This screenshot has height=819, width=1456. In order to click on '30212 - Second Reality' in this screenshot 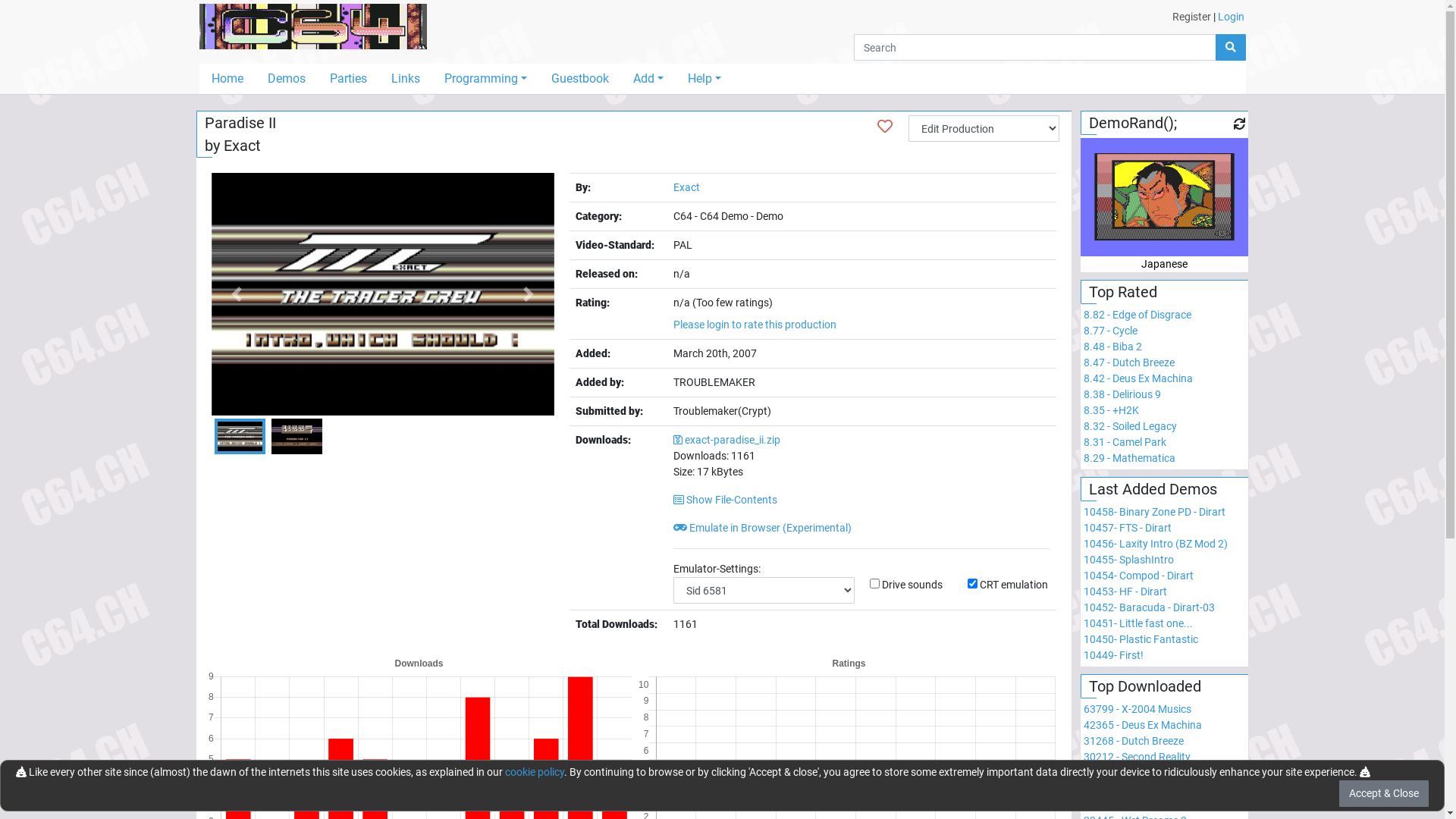, I will do `click(1137, 757)`.